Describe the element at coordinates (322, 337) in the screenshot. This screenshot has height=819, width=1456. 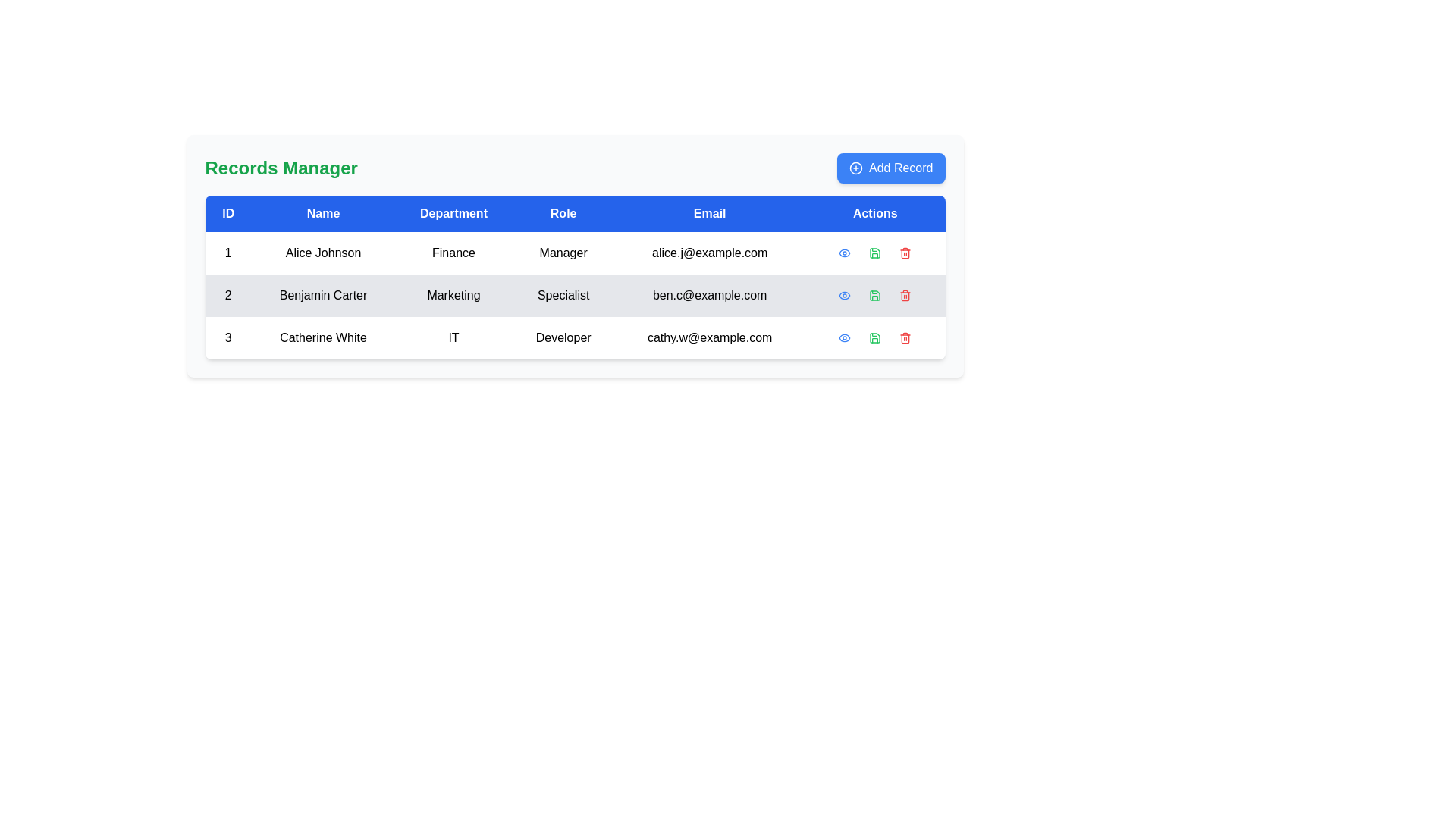
I see `the text label displaying 'Catherine White'` at that location.